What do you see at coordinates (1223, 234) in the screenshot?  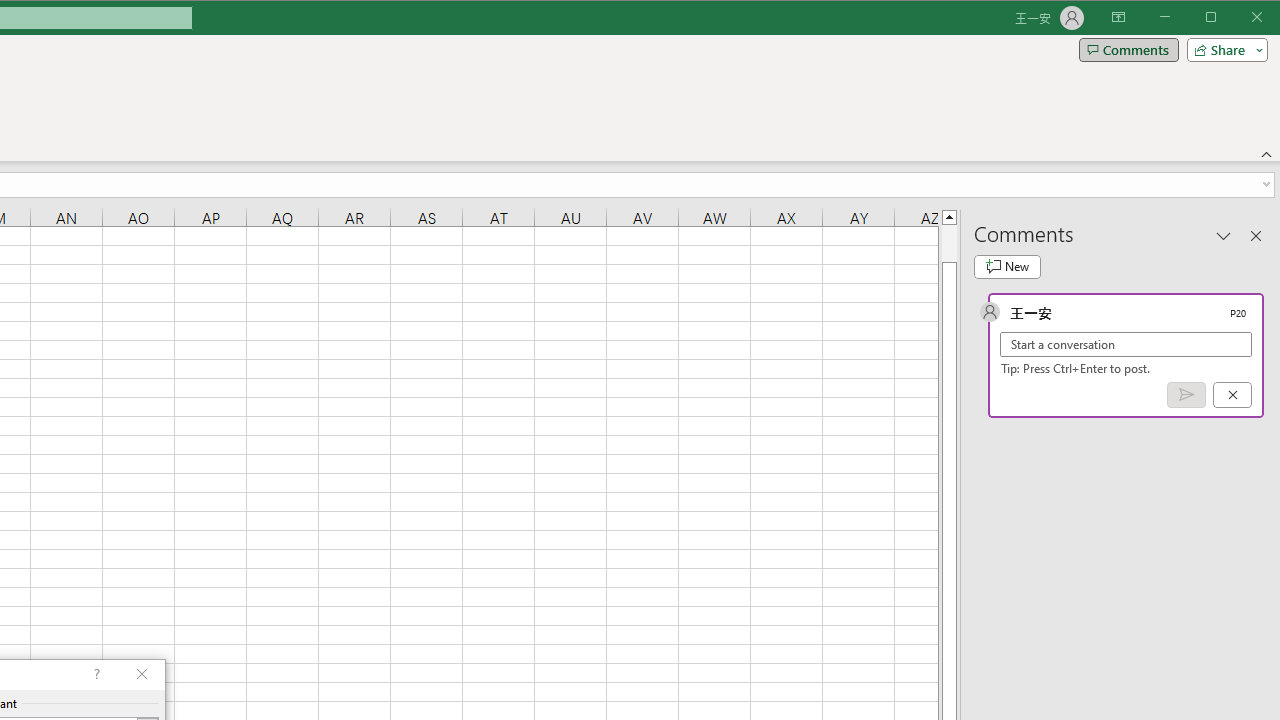 I see `'Task Pane Options'` at bounding box center [1223, 234].